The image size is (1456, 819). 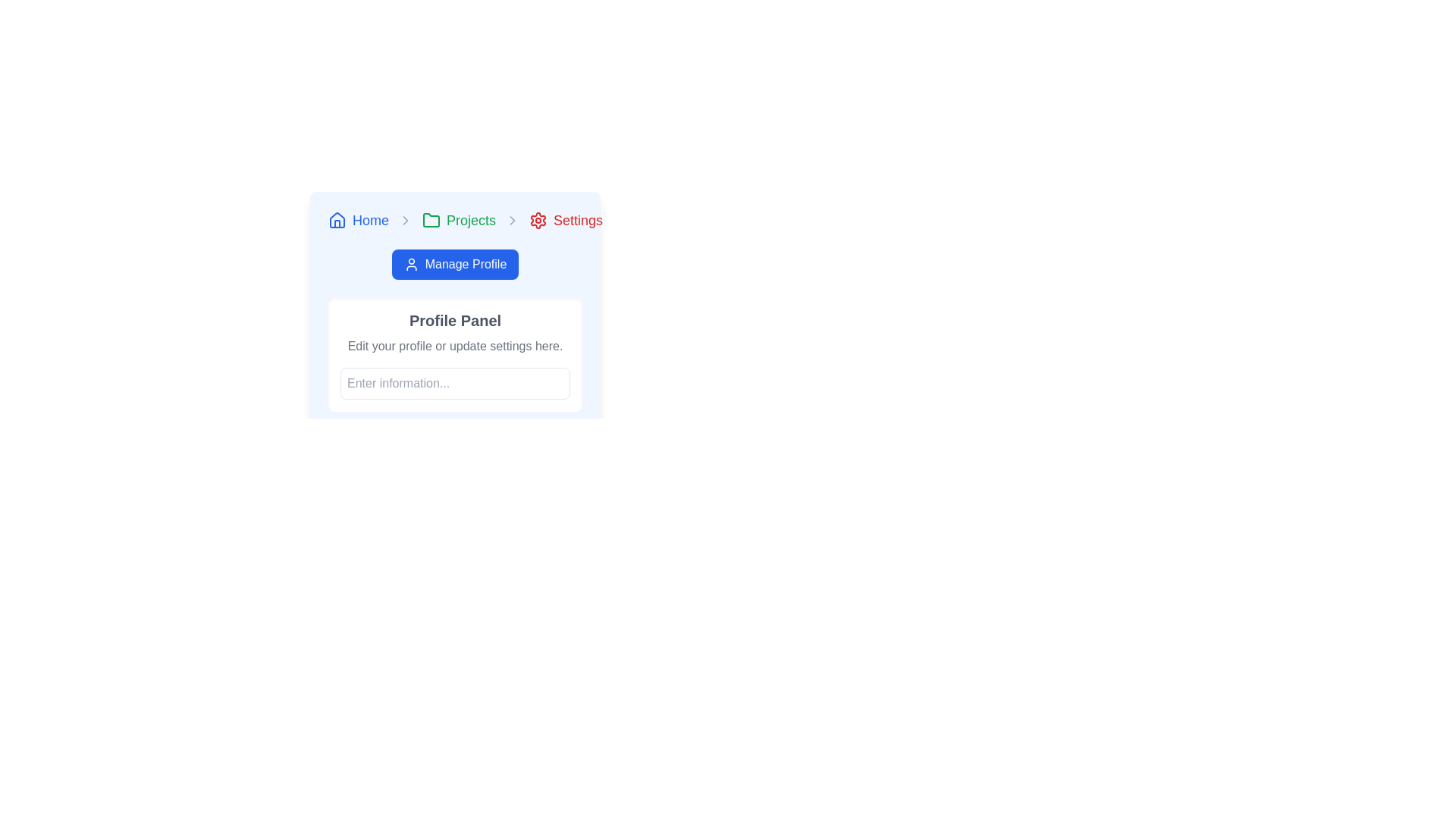 I want to click on the door icon of the house representation located at the top-left corner of the interface, so click(x=337, y=223).